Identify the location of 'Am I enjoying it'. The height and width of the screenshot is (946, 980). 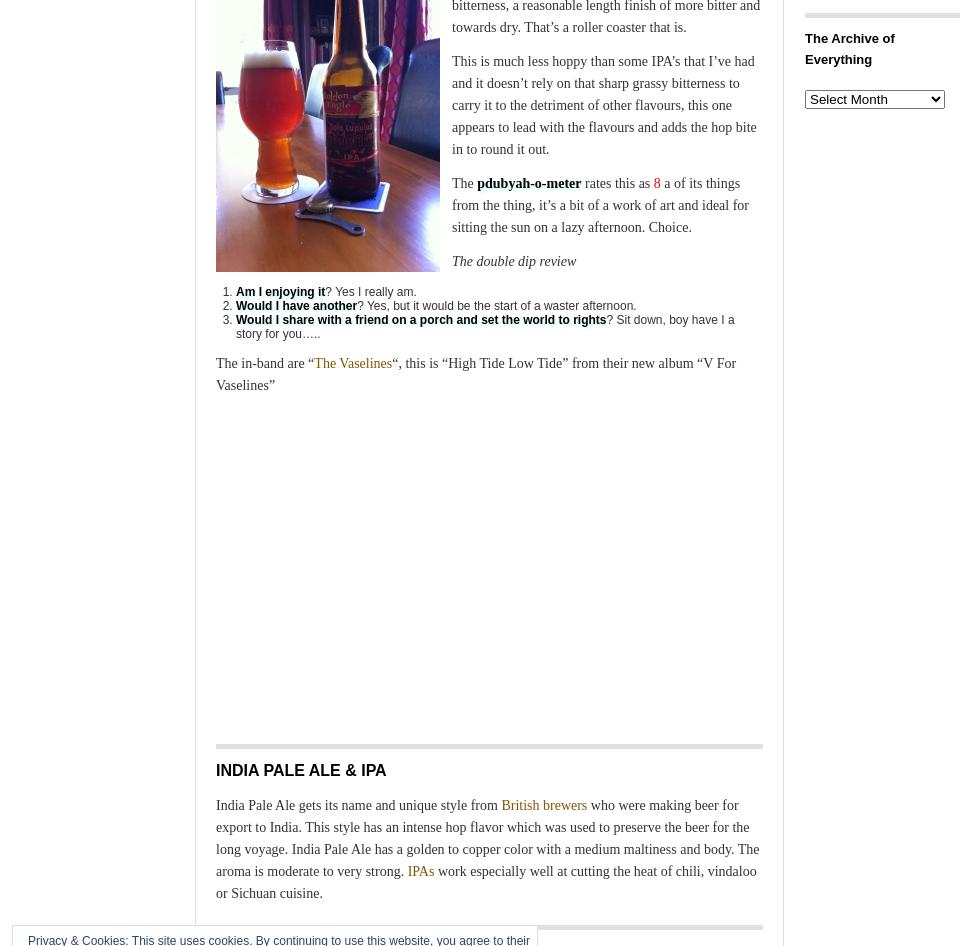
(280, 291).